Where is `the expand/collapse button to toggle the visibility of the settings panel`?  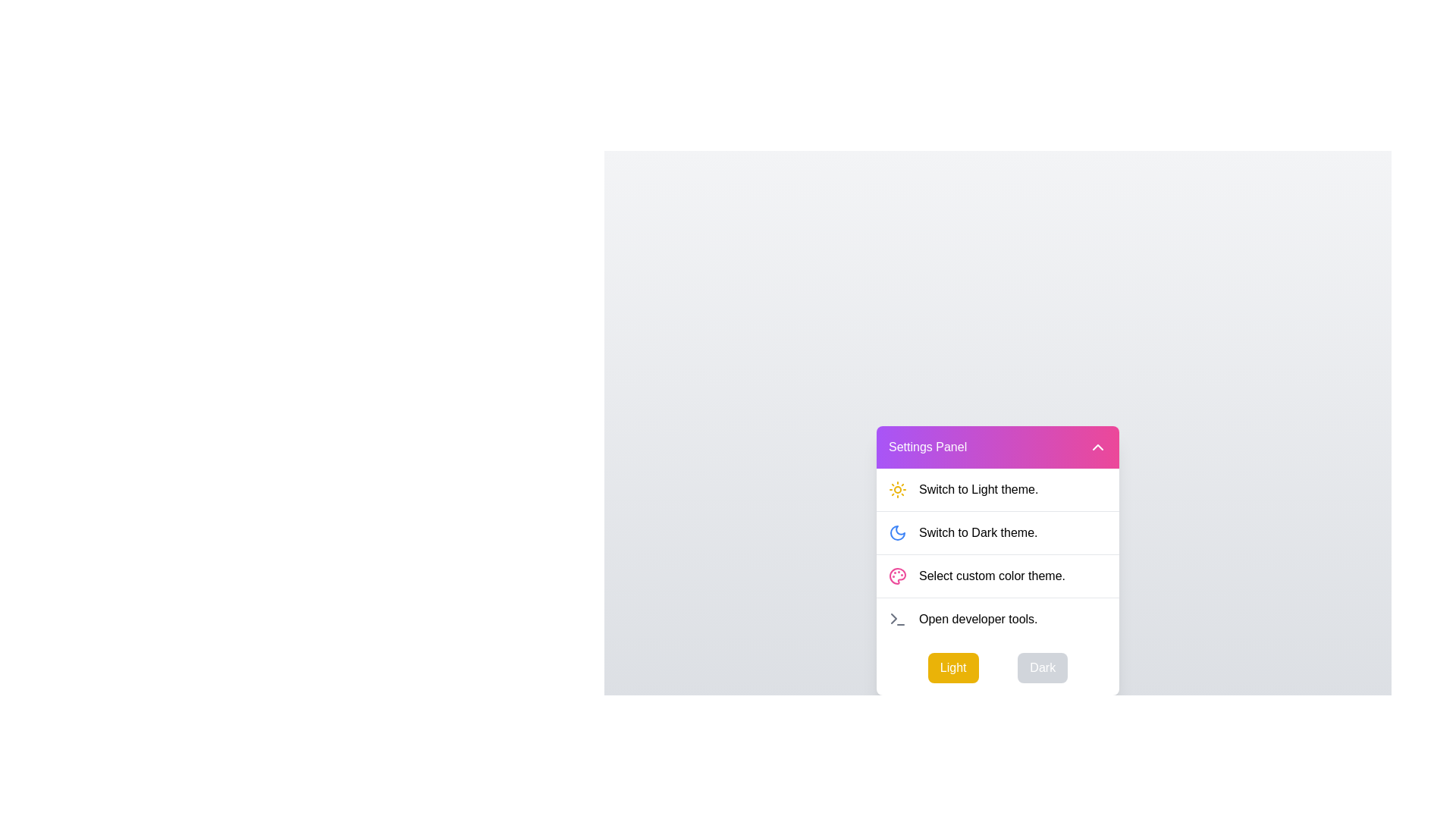 the expand/collapse button to toggle the visibility of the settings panel is located at coordinates (1098, 446).